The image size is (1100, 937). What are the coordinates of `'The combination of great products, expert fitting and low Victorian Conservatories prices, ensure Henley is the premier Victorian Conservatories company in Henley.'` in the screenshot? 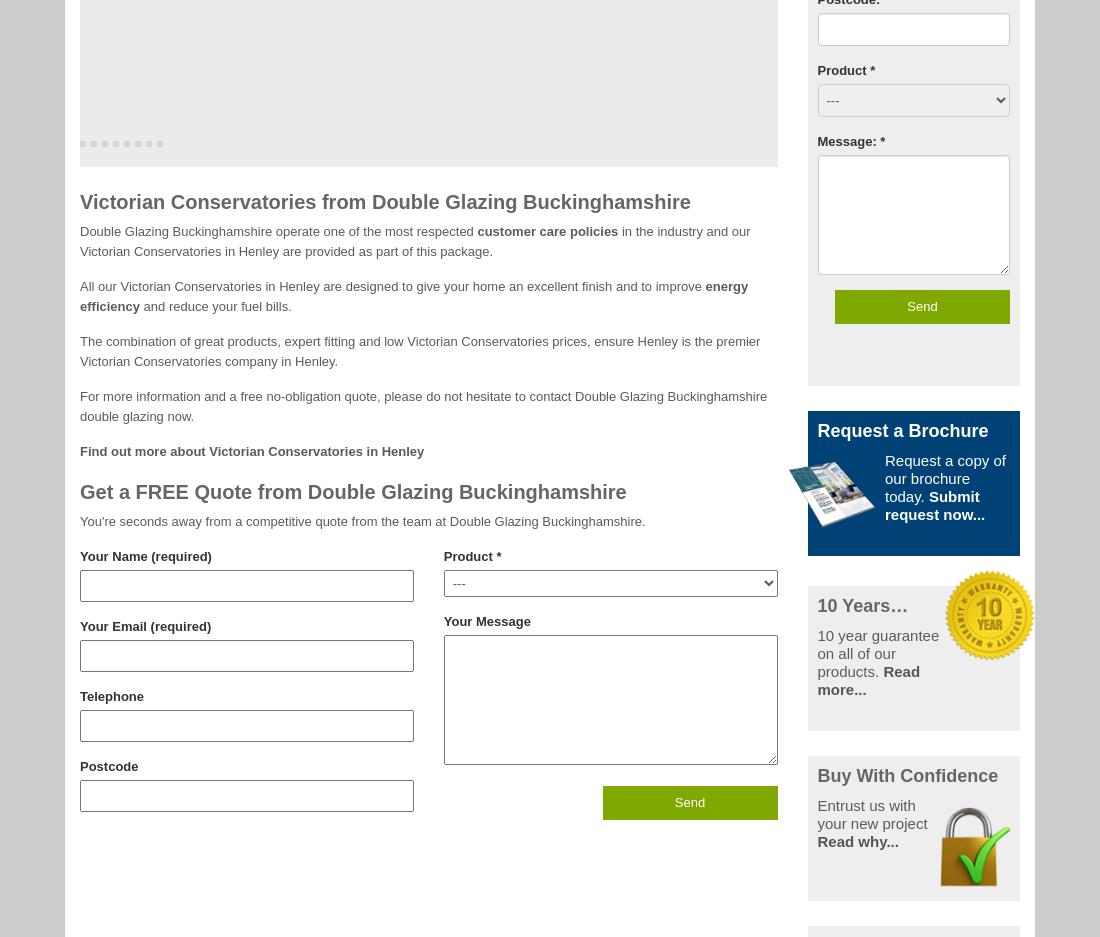 It's located at (418, 350).